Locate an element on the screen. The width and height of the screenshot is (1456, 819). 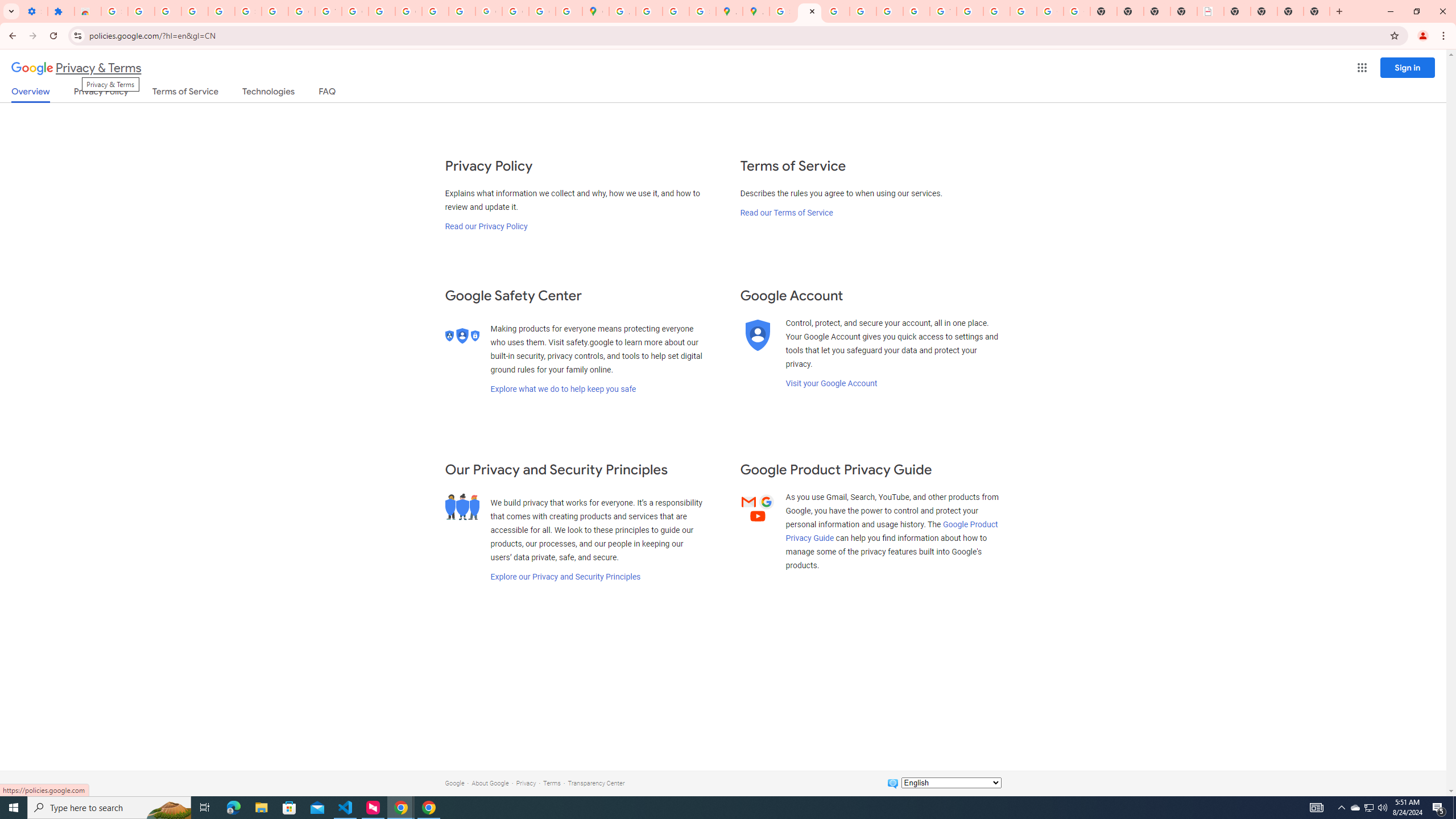
'Change language:' is located at coordinates (950, 781).